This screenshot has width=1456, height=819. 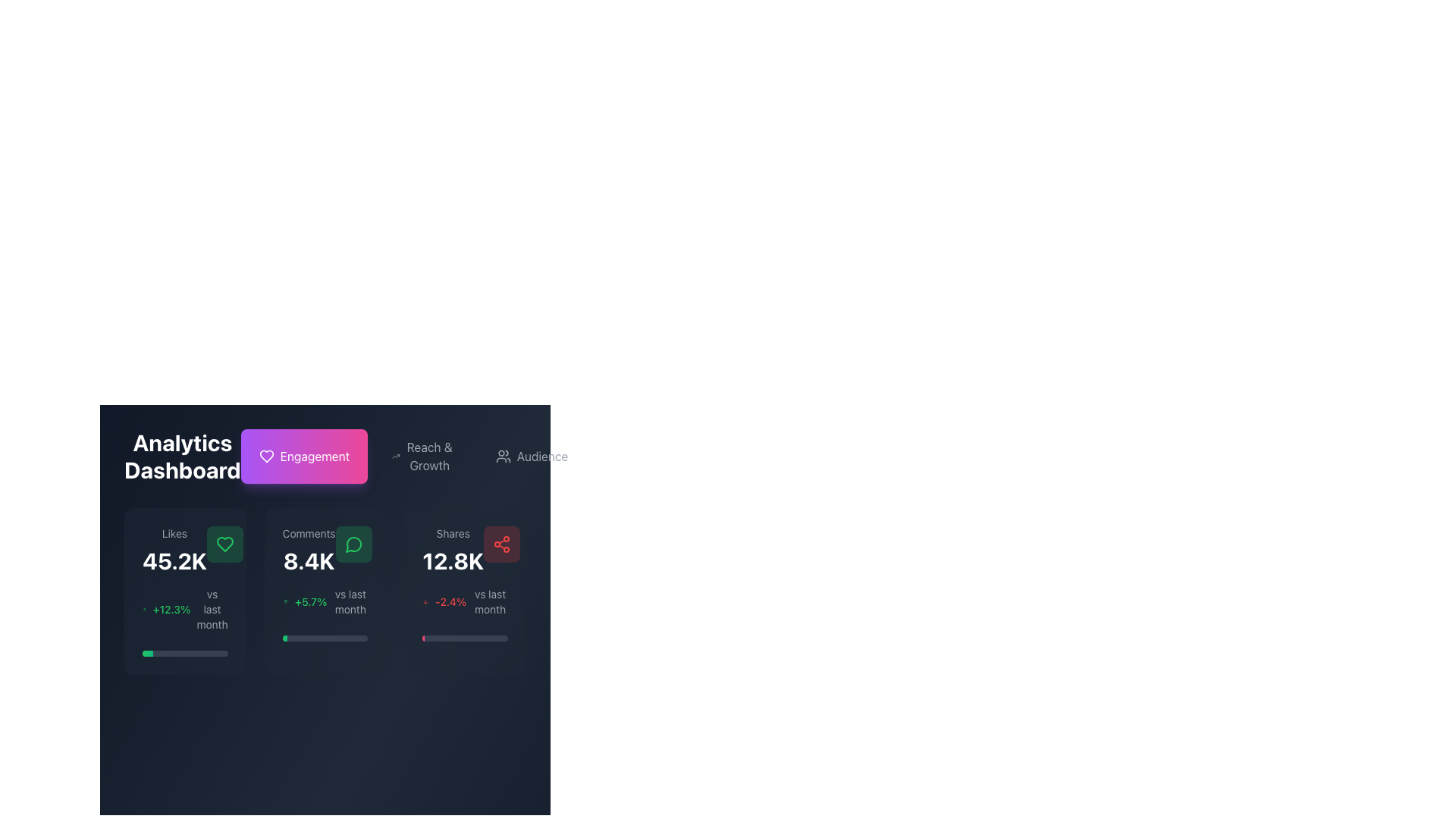 What do you see at coordinates (324, 455) in the screenshot?
I see `the 'Engagement' button on the Interactive menu bar` at bounding box center [324, 455].